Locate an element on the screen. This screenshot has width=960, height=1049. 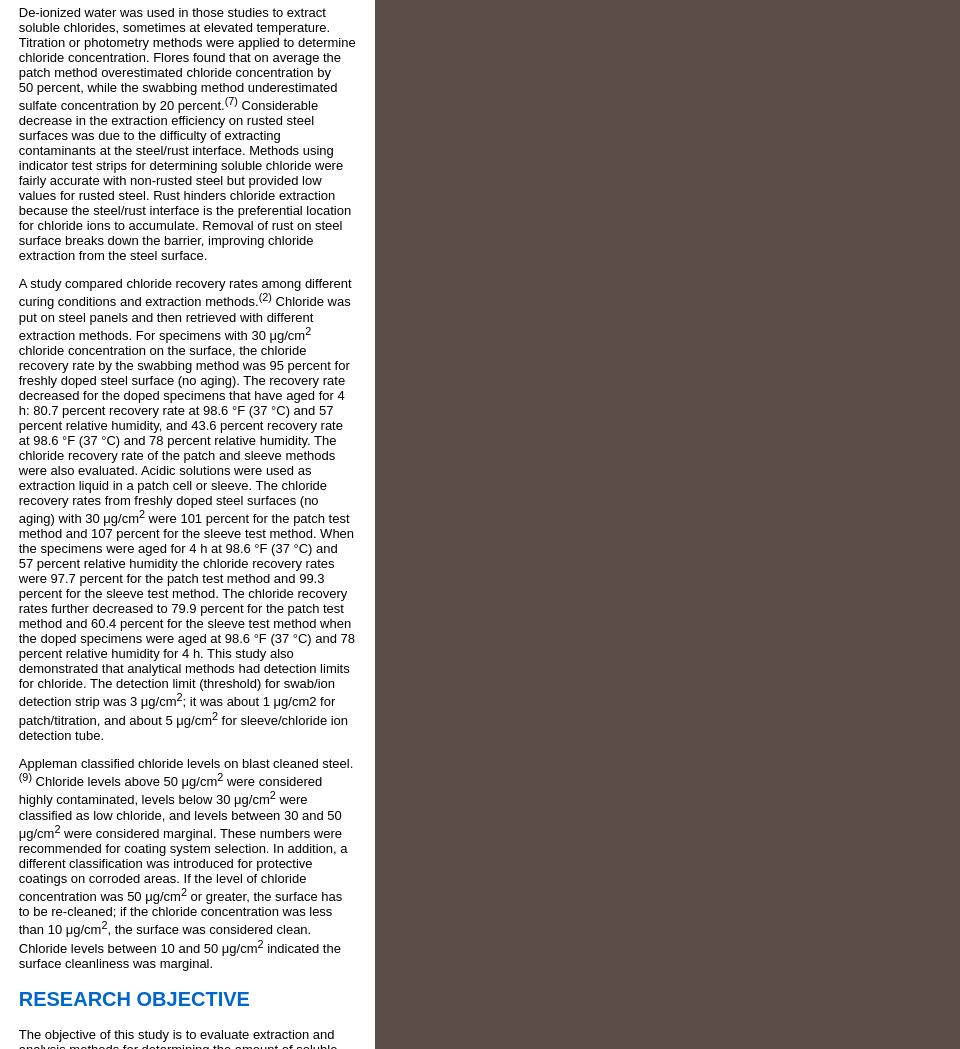
'Chloride was put on  steel panels and then retrieved with different extraction methods. For  specimens with 30 μg/cm' is located at coordinates (184, 318).